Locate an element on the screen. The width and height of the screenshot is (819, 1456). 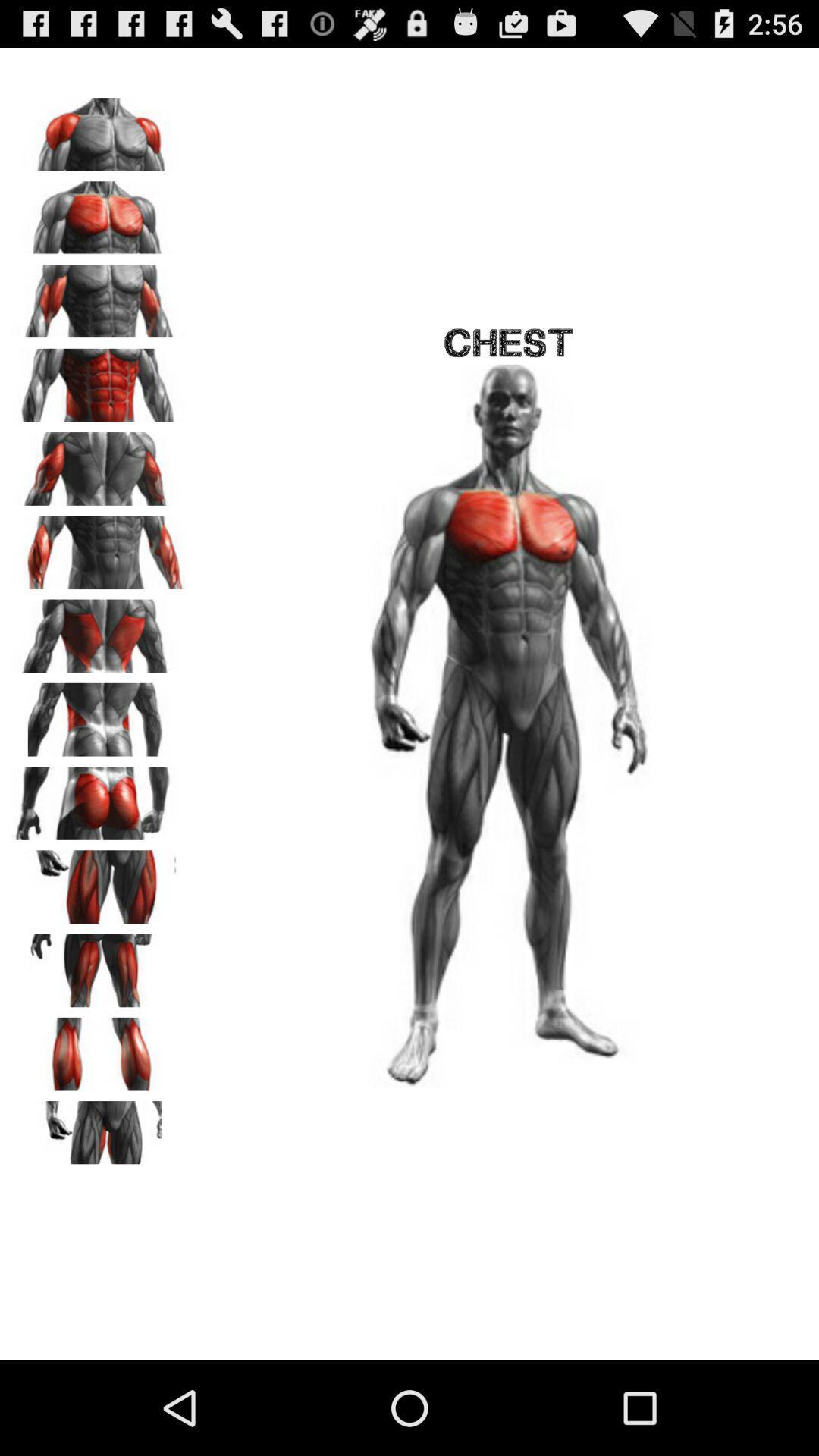
click on this muscle a page opens is located at coordinates (99, 631).